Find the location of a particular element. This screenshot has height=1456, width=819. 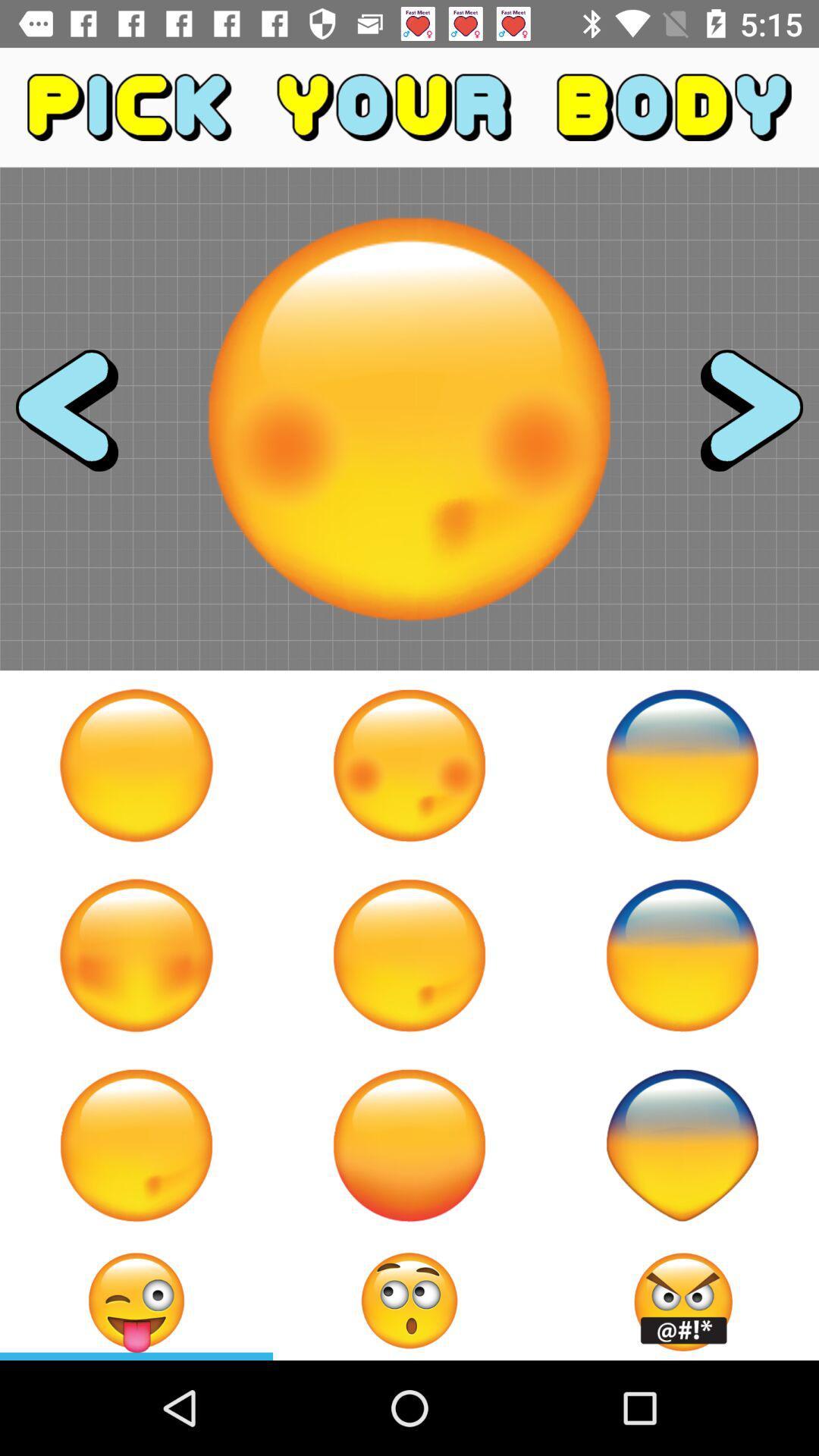

the image is located at coordinates (136, 765).